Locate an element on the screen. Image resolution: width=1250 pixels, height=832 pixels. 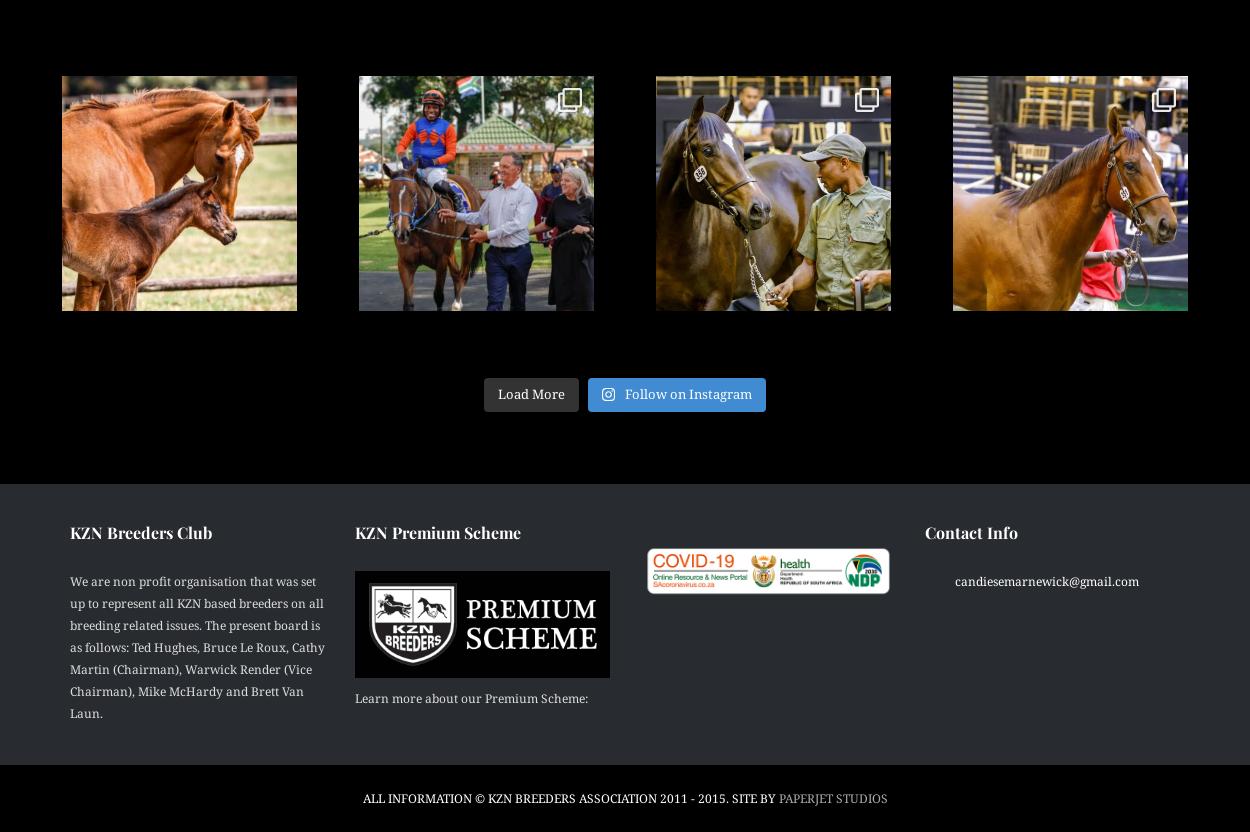
'All Information © KZN Breeders Association 2011 - 2015. Site by' is located at coordinates (569, 797).